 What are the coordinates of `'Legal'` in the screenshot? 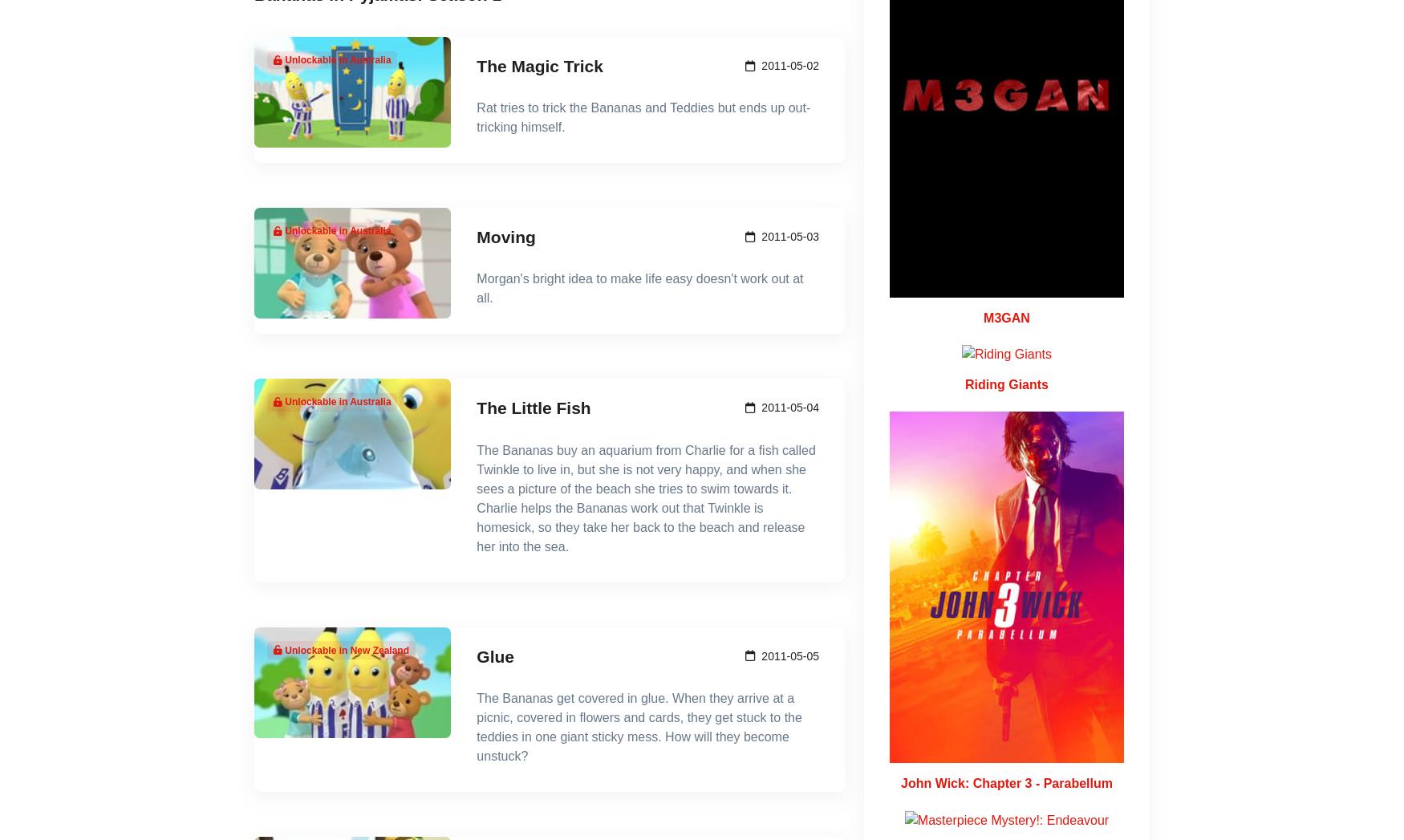 It's located at (1016, 452).